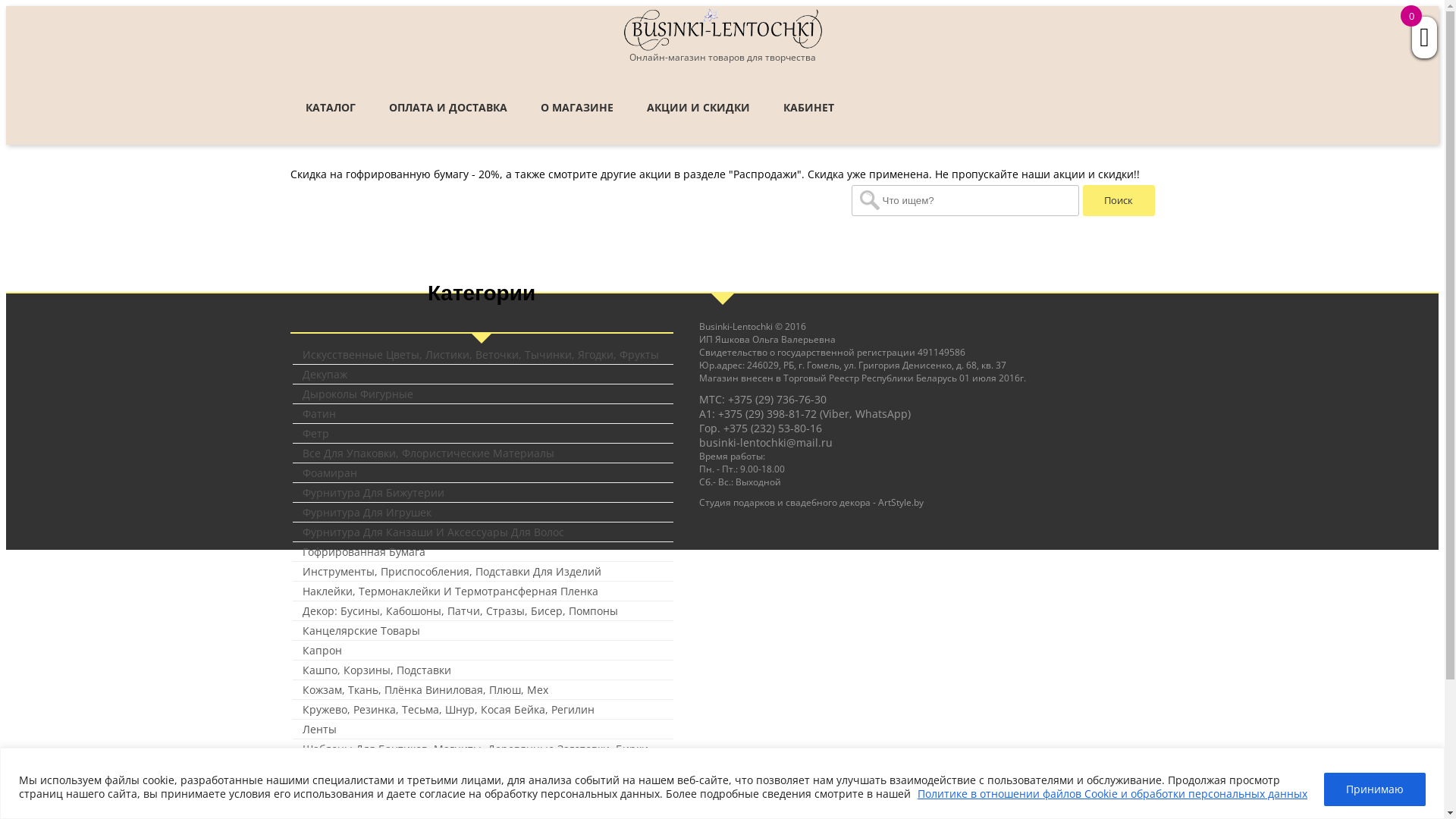 This screenshot has width=1456, height=819. I want to click on 'Search for:', so click(964, 199).